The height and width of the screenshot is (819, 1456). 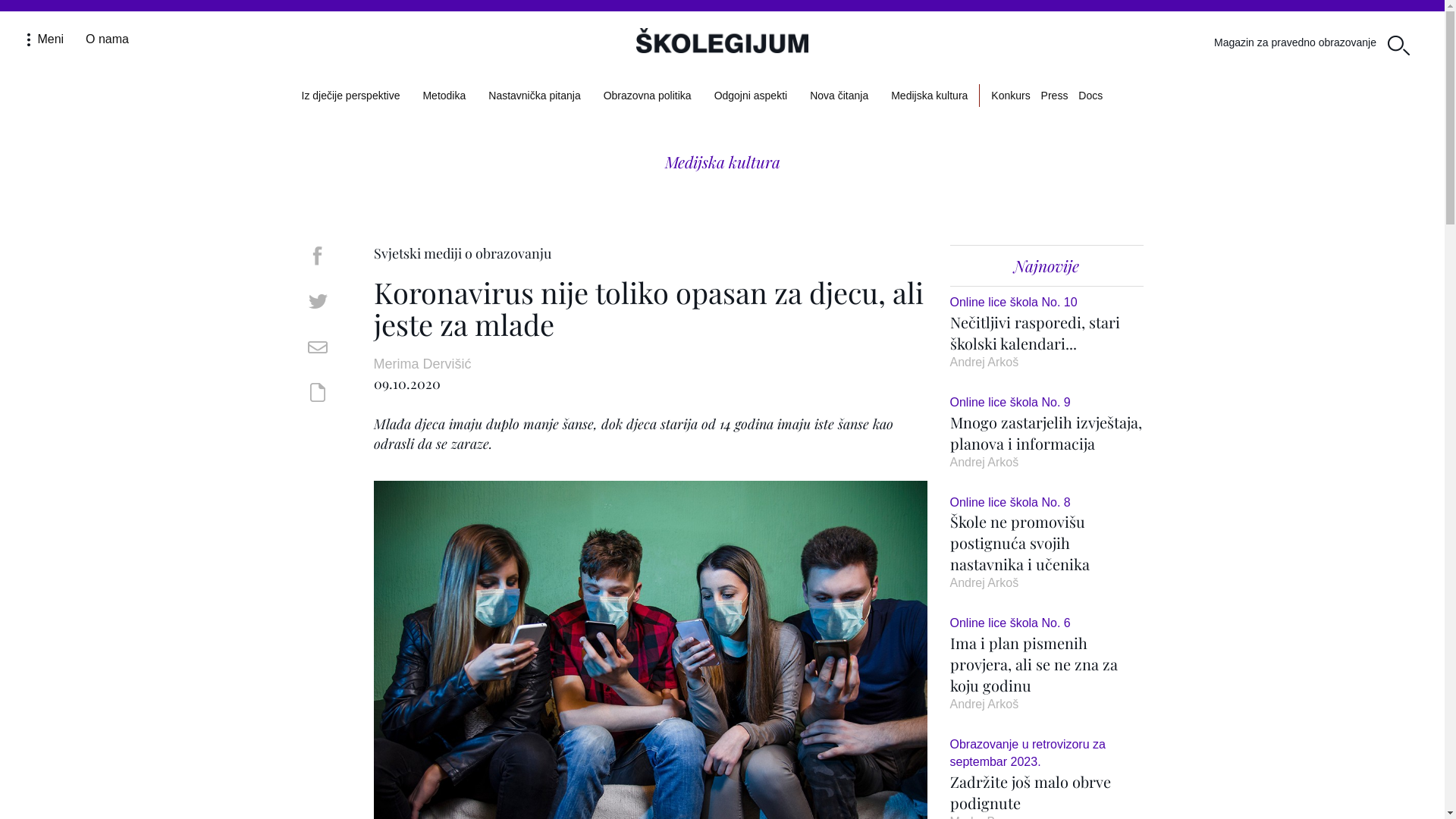 What do you see at coordinates (648, 96) in the screenshot?
I see `'Obrazovna politika'` at bounding box center [648, 96].